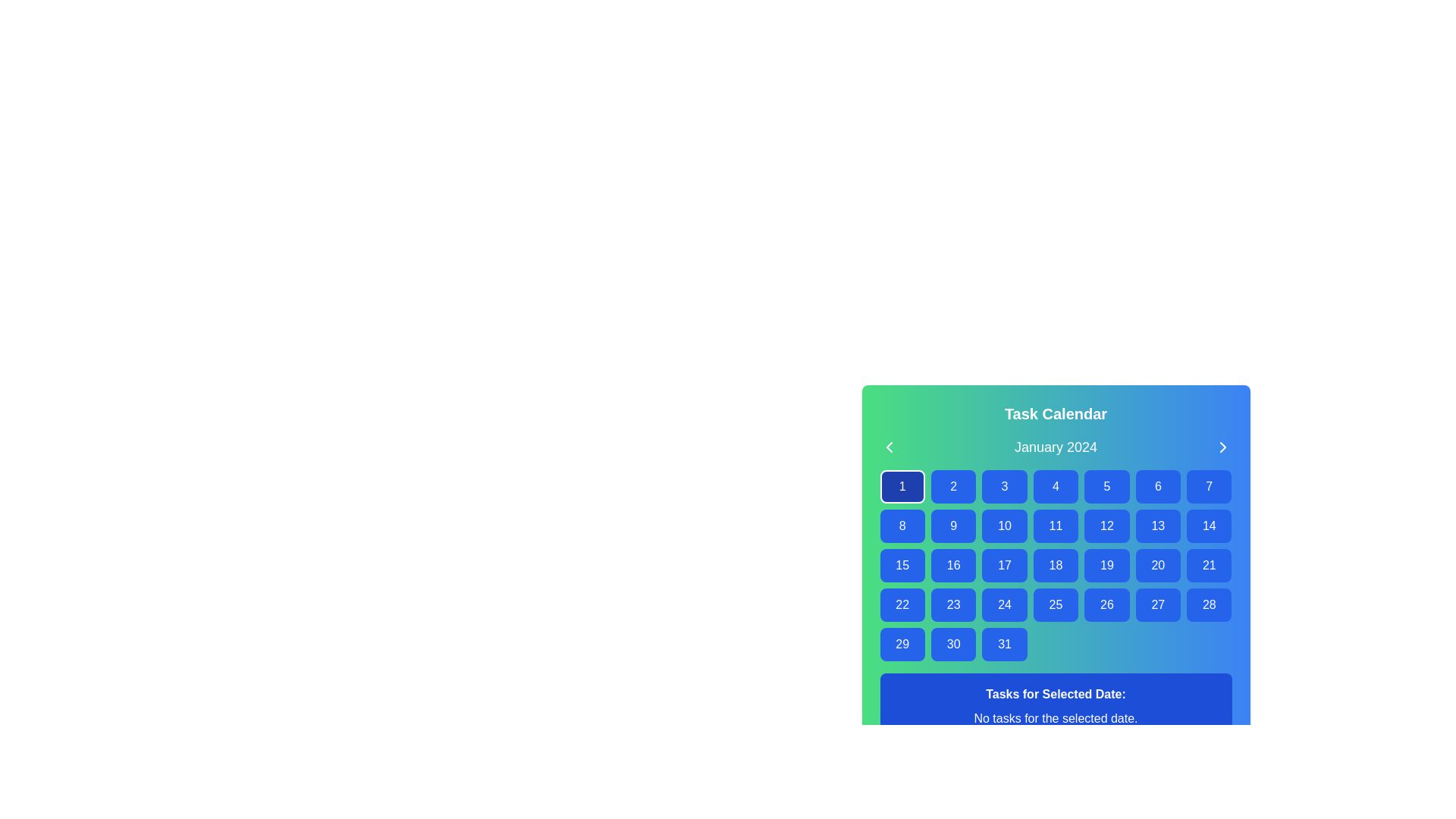 This screenshot has width=1456, height=819. I want to click on the calendar day button for '17', so click(1004, 565).